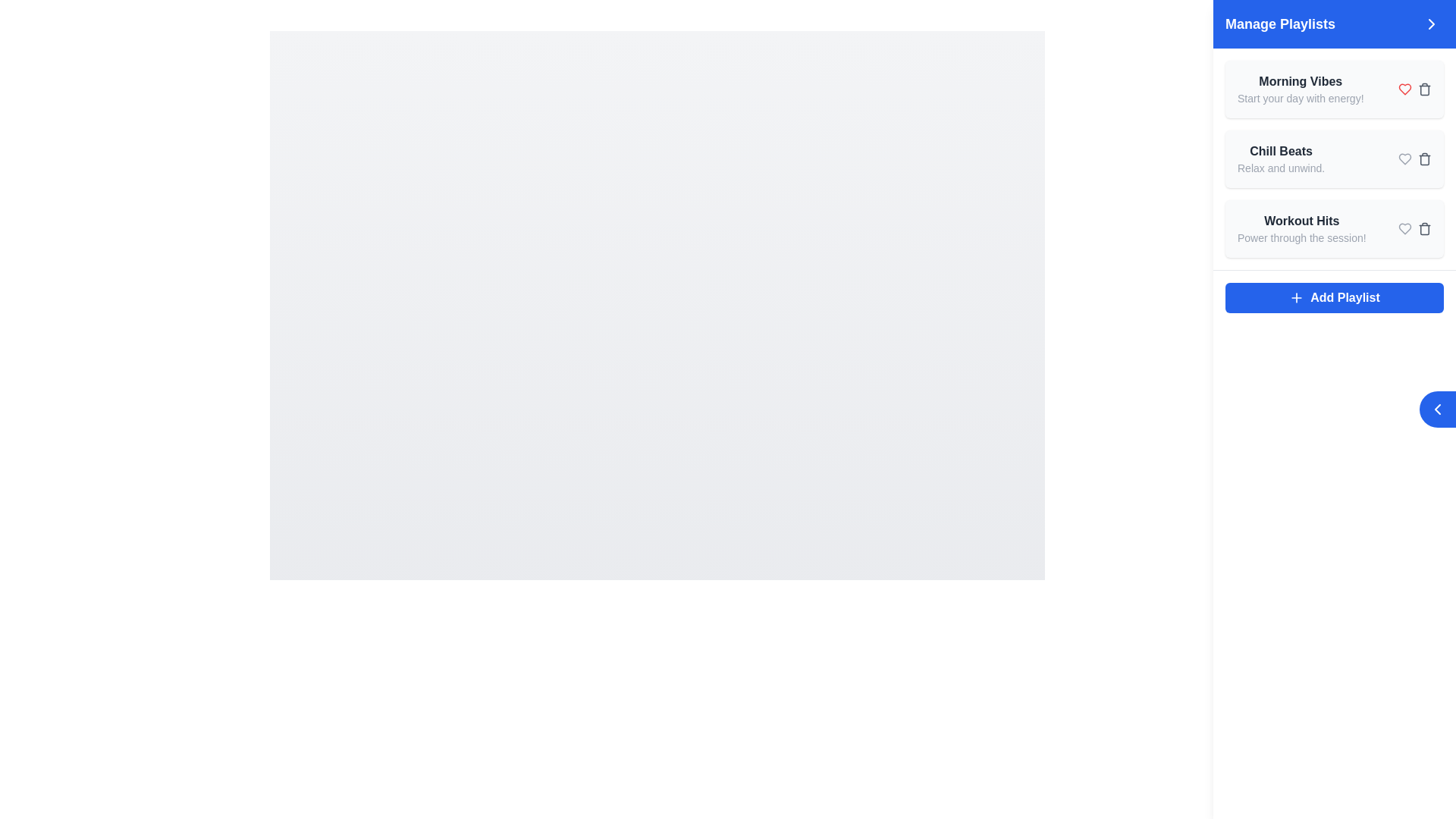 Image resolution: width=1456 pixels, height=819 pixels. What do you see at coordinates (1301, 228) in the screenshot?
I see `the text display containing 'Workout Hits' and 'Power through the session!' which is the third item under the 'Manage Playlists' section` at bounding box center [1301, 228].